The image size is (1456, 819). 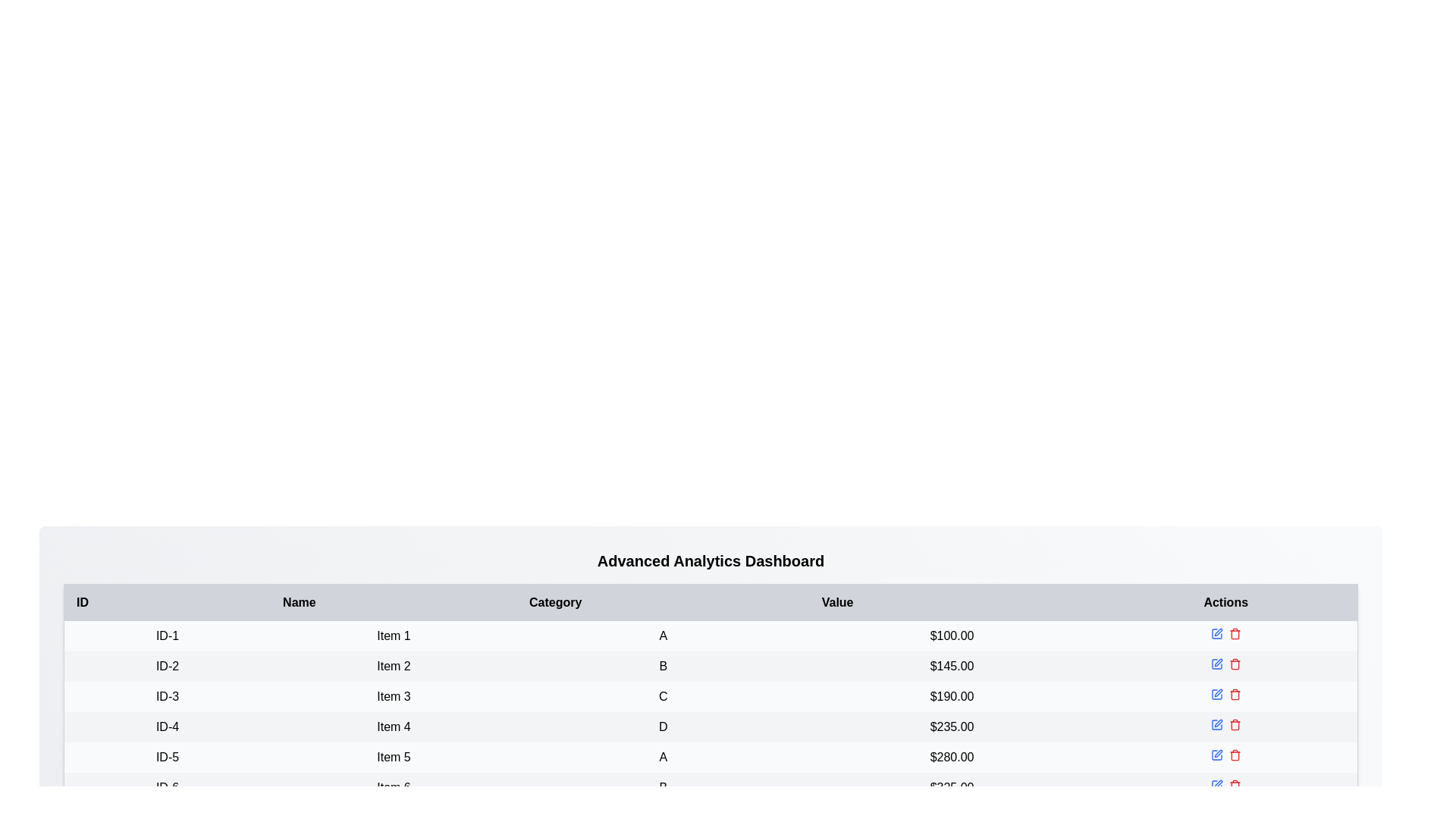 What do you see at coordinates (1226, 601) in the screenshot?
I see `the table header to sort by Actions` at bounding box center [1226, 601].